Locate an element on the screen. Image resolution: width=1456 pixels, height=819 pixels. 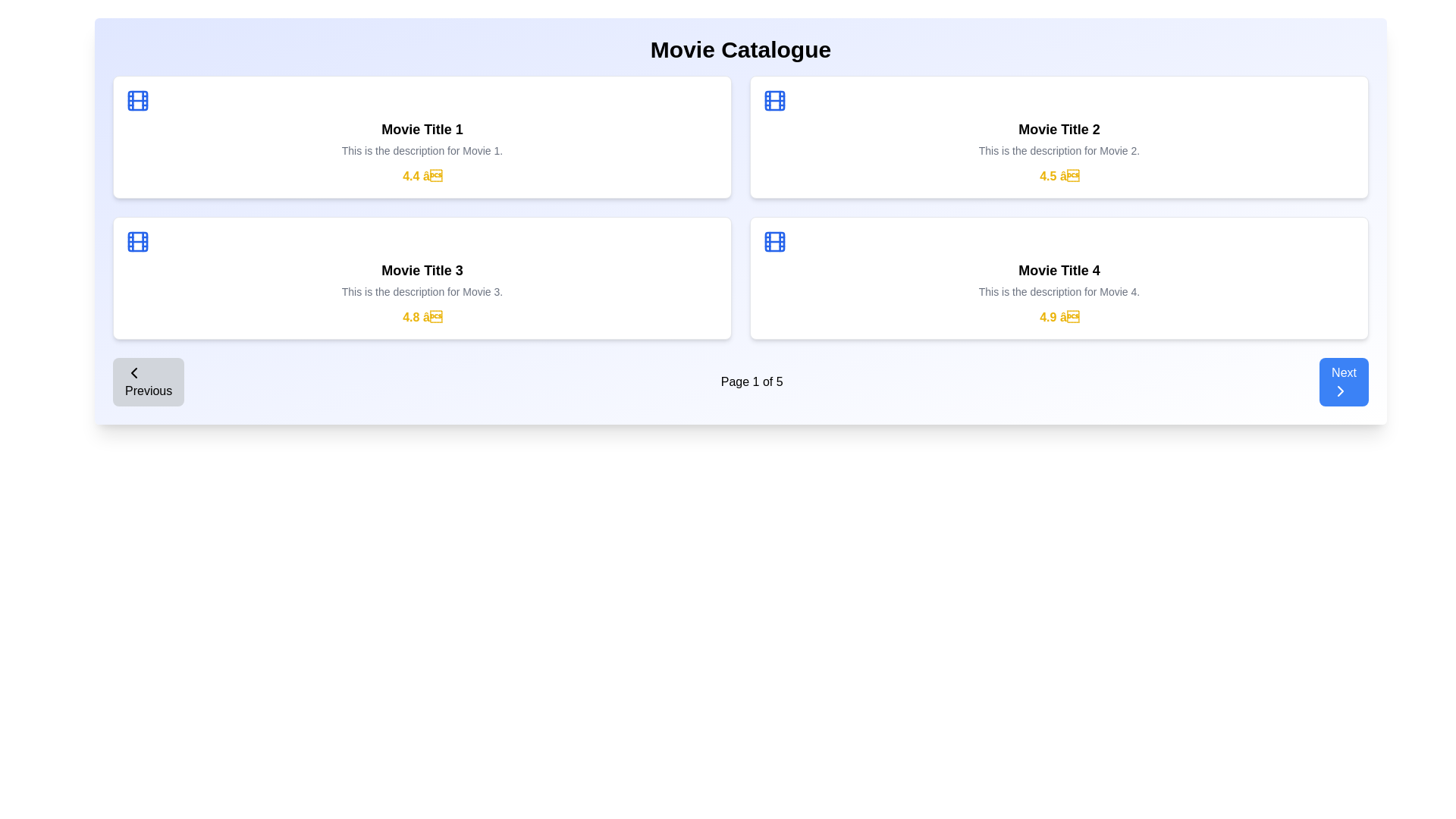
the filmstrip icon located at the top-left corner of the card for 'Movie Title 1', which is characterized by a rectangular shape with horizontal divisions and blue color scheme is located at coordinates (138, 100).